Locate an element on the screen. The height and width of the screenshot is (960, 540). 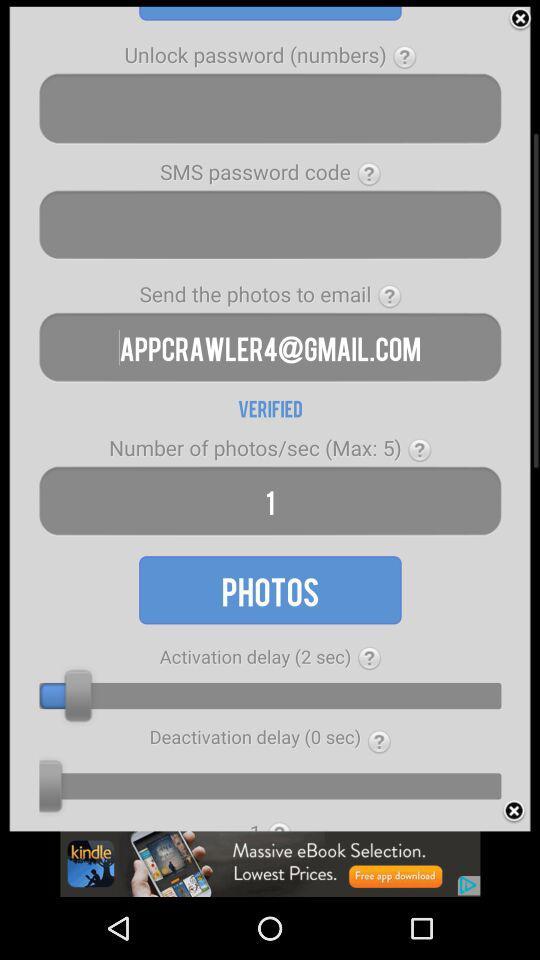
button 1 is located at coordinates (270, 500).